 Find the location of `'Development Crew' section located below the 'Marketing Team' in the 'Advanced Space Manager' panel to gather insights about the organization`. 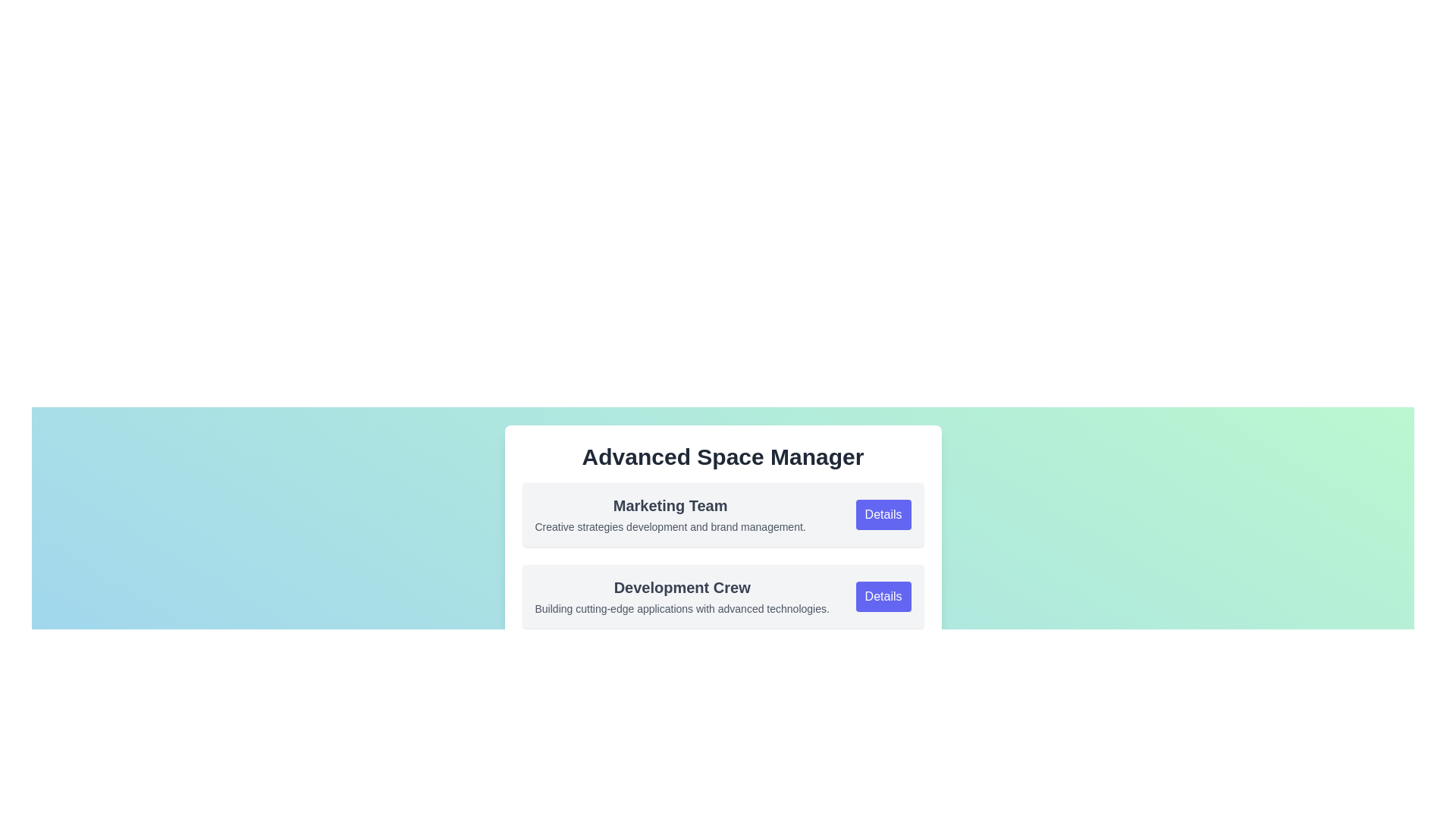

'Development Crew' section located below the 'Marketing Team' in the 'Advanced Space Manager' panel to gather insights about the organization is located at coordinates (722, 560).